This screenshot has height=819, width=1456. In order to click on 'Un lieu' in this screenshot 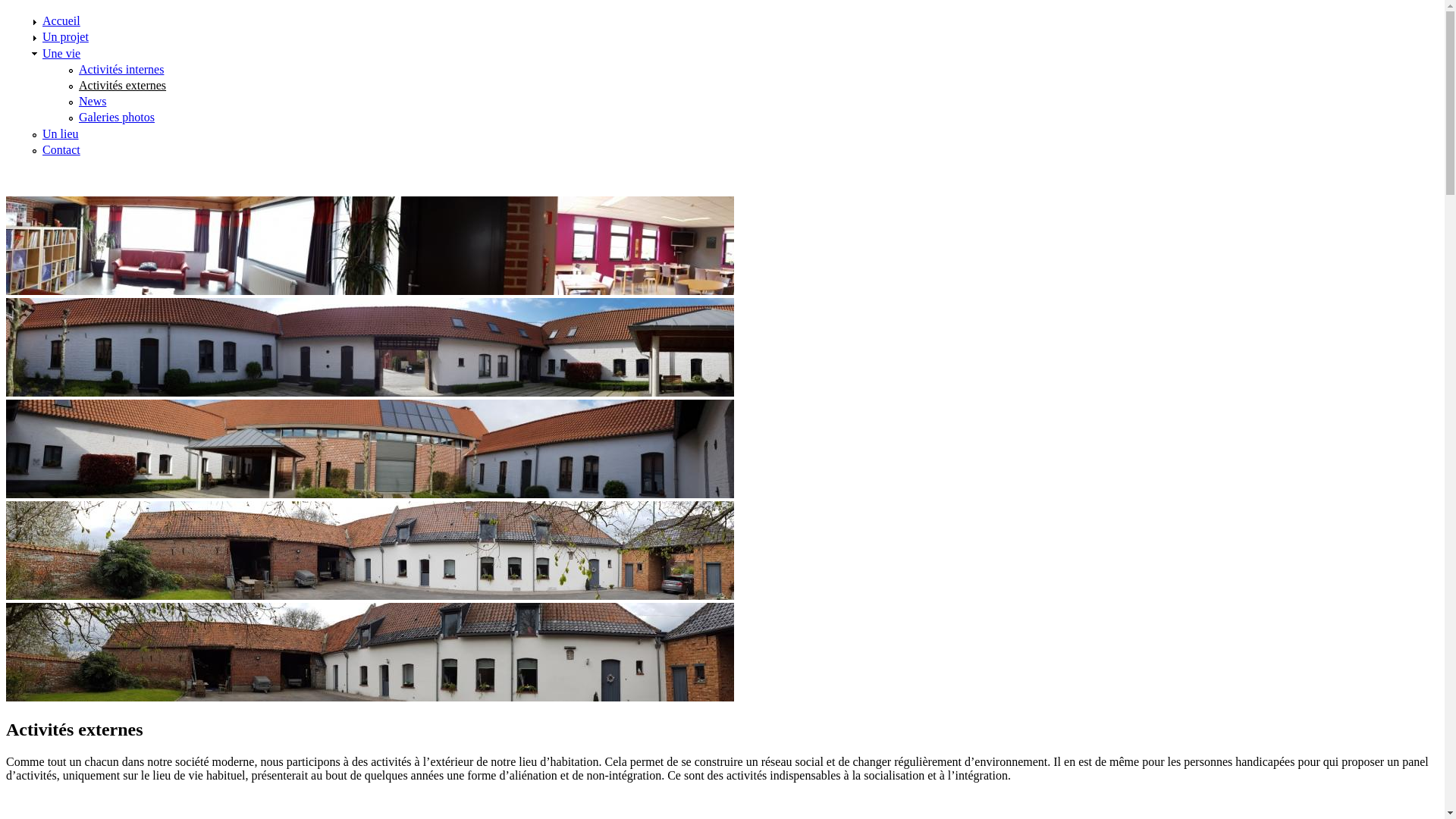, I will do `click(61, 133)`.